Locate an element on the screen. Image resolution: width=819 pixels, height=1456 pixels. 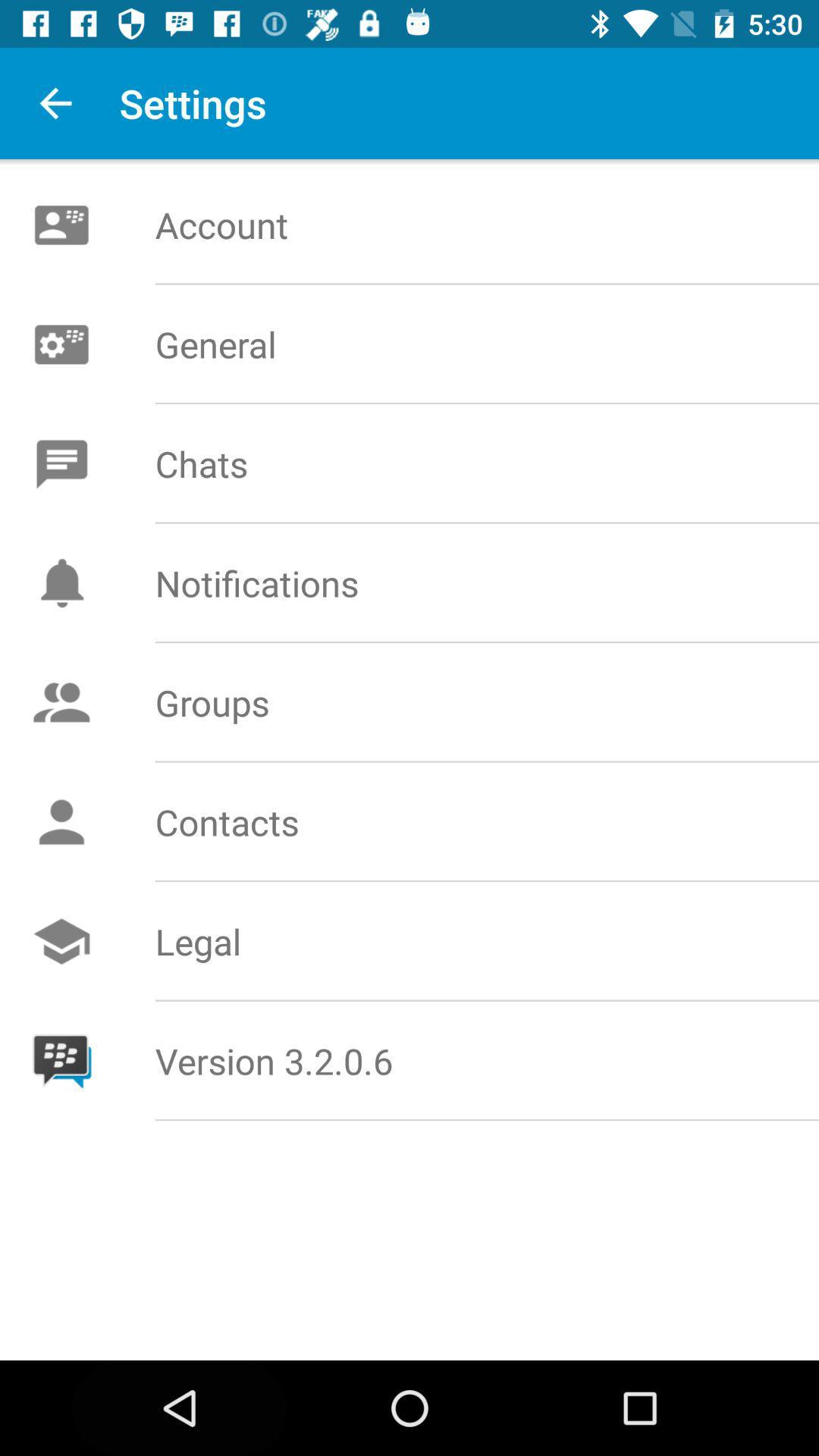
icon to the left of settings app is located at coordinates (55, 102).